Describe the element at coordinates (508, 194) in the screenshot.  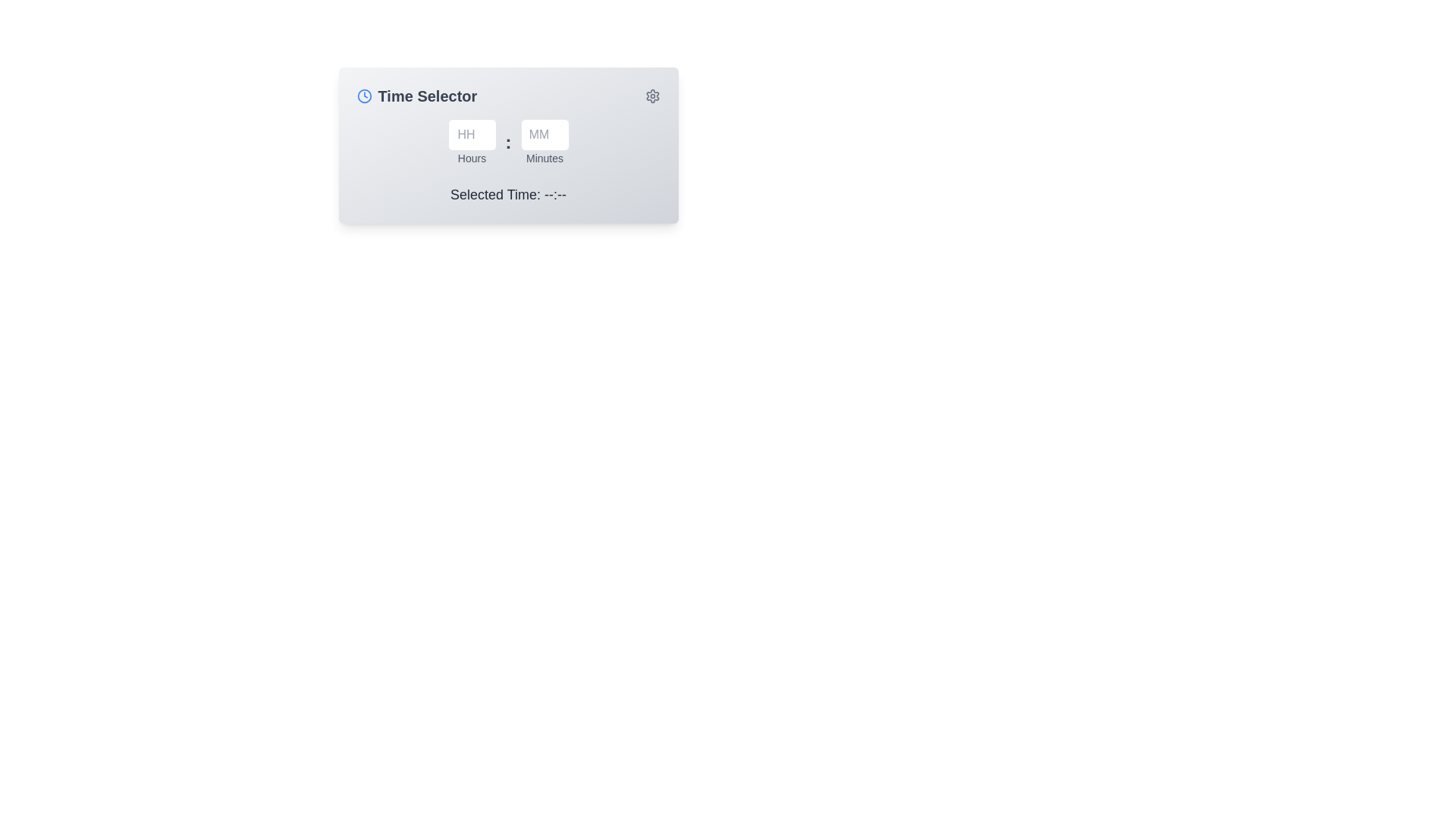
I see `the Text display component that shows the currently selected time, initially displaying '--:--', located below the 'Hours' and 'Minutes' input fields in the 'Time Selector' panel` at that location.